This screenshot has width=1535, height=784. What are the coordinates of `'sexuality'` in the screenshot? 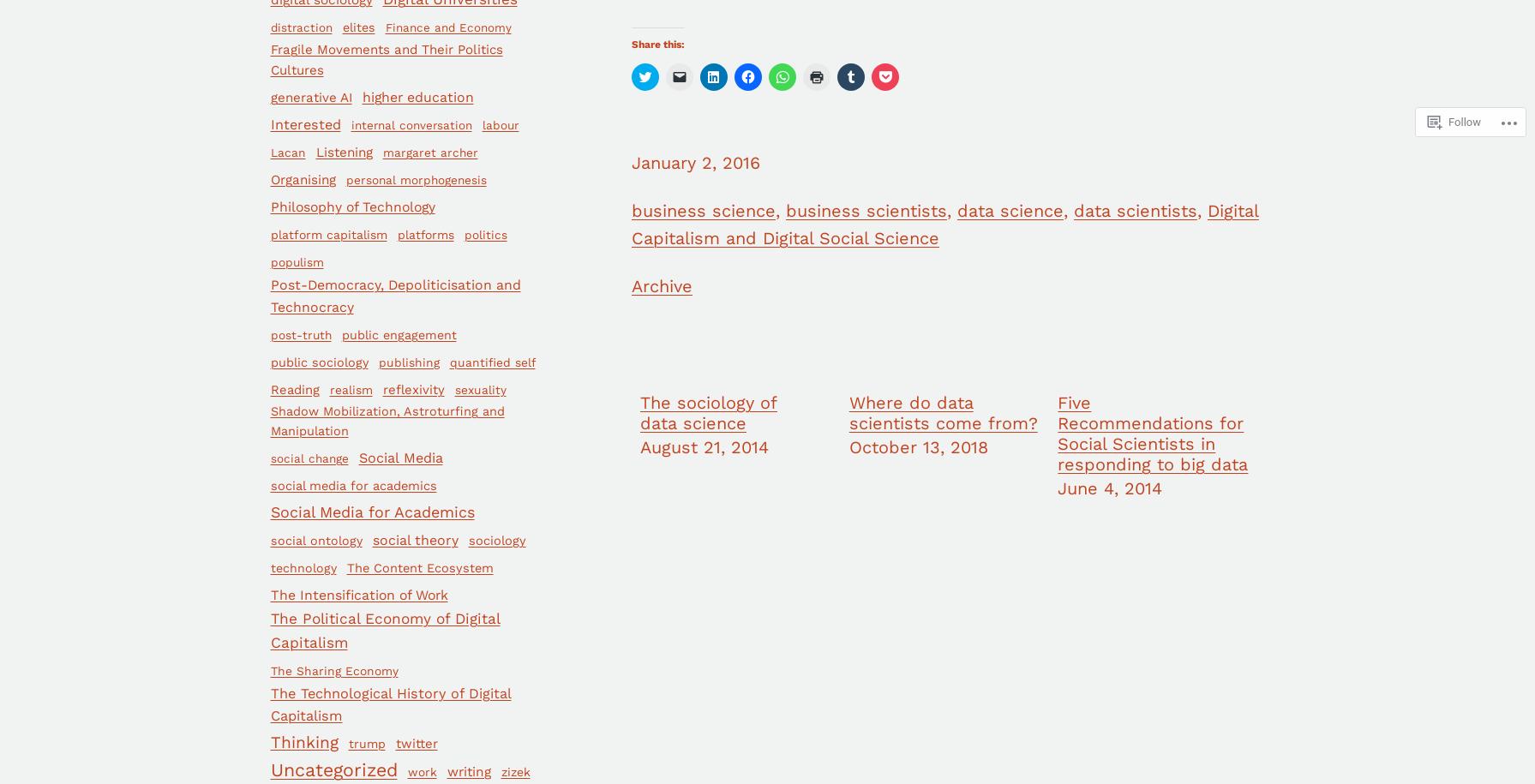 It's located at (480, 389).